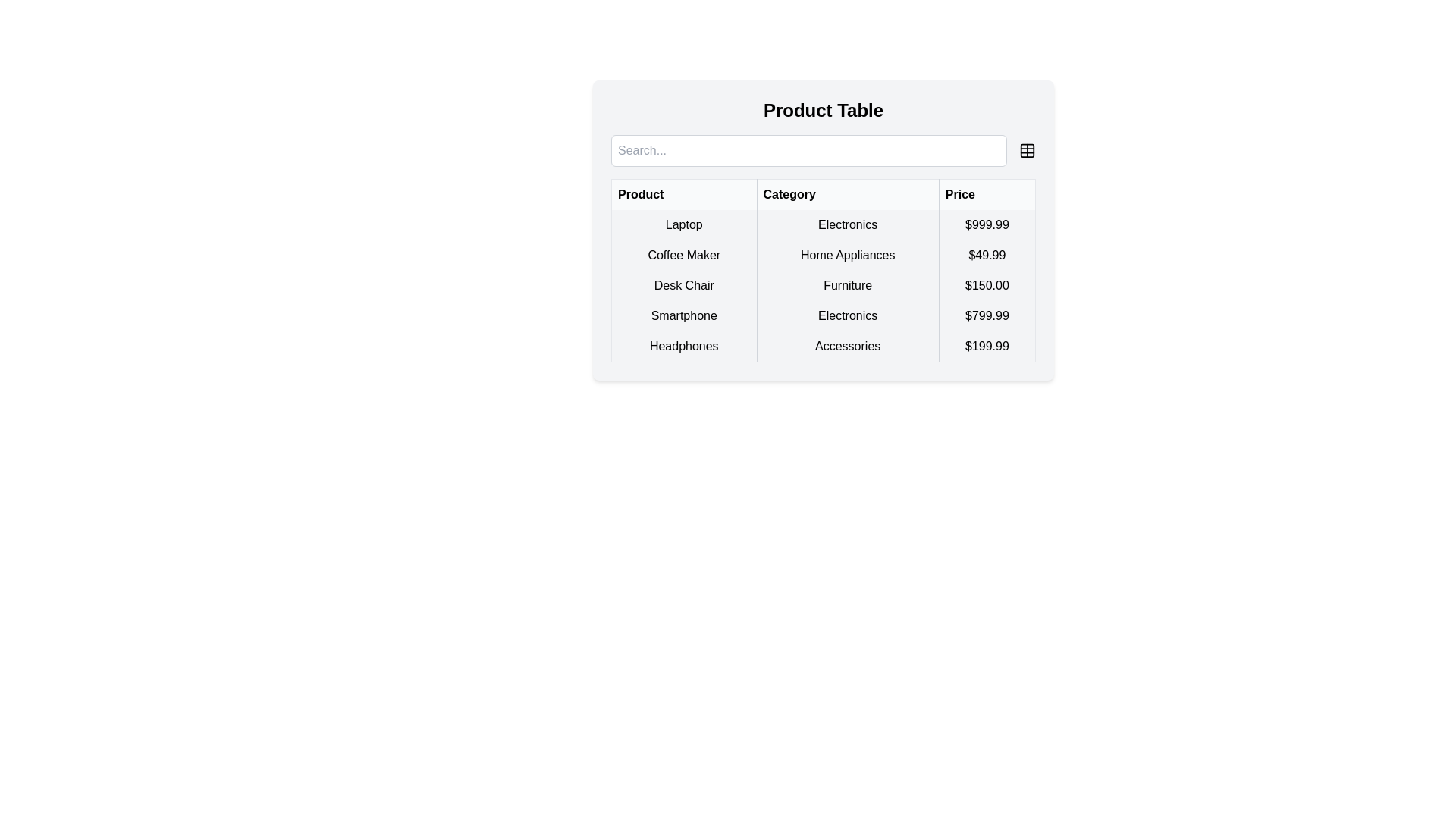 Image resolution: width=1456 pixels, height=819 pixels. Describe the element at coordinates (987, 286) in the screenshot. I see `the Text Display element that shows the price of the 'Desk Chair' product in the last column of the table` at that location.